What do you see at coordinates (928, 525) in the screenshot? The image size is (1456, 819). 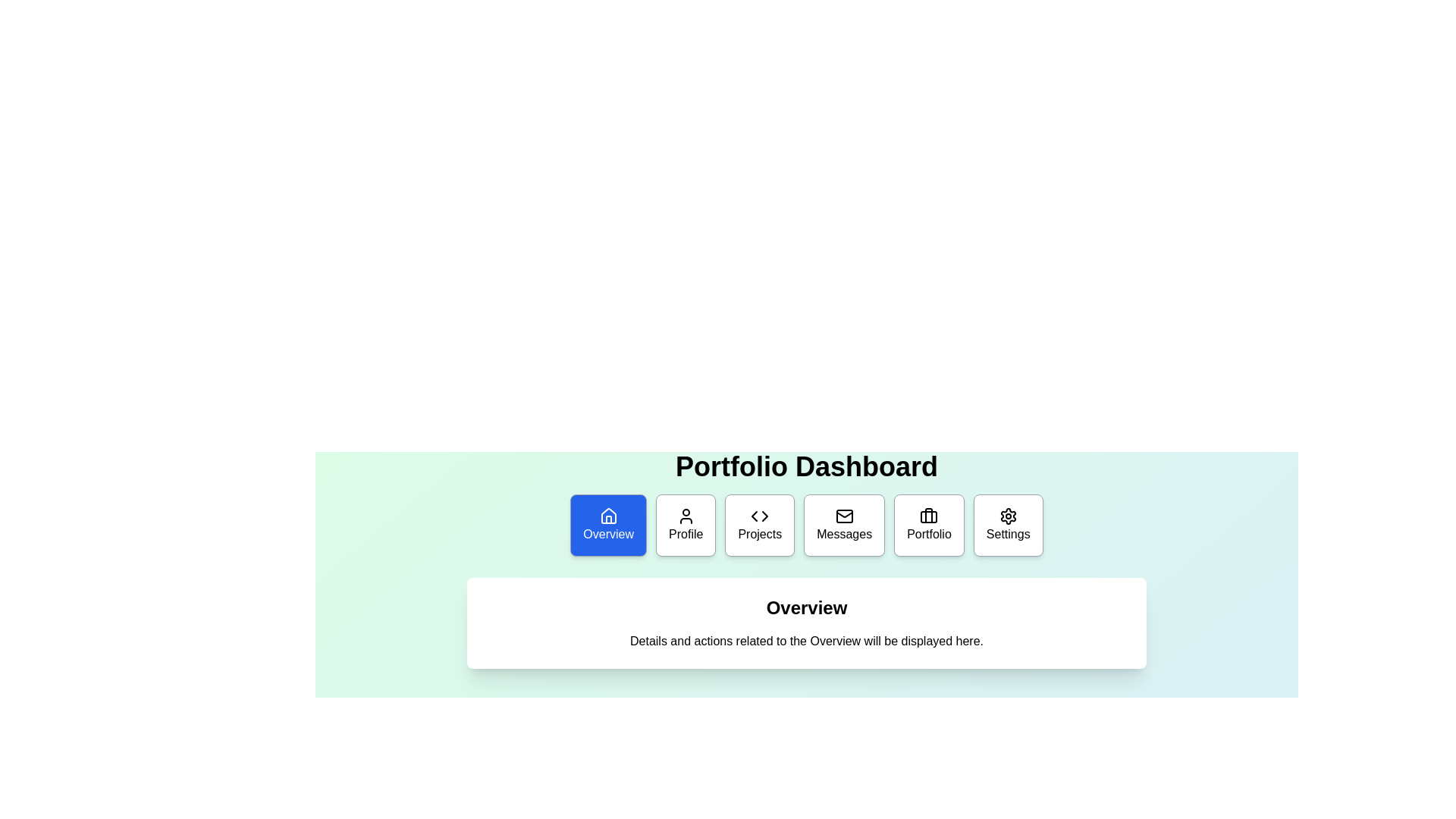 I see `the 'Portfolio' button, the fifth button in a horizontal row, to observe visual feedback` at bounding box center [928, 525].